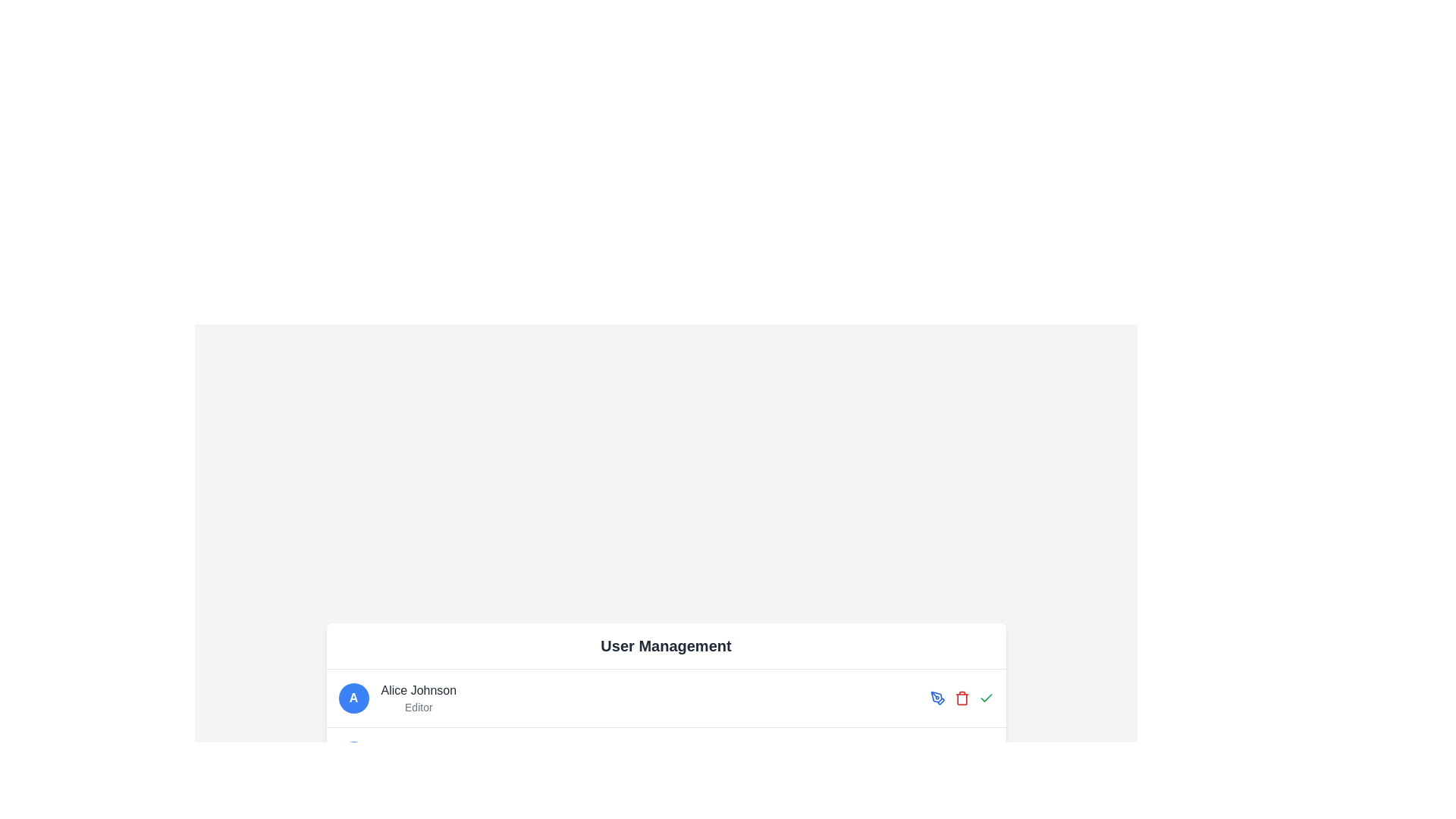 This screenshot has width=1456, height=819. What do you see at coordinates (419, 708) in the screenshot?
I see `the text label displaying the role or designation of the user 'Alice Johnson', located below the name and beside the circular avatar` at bounding box center [419, 708].